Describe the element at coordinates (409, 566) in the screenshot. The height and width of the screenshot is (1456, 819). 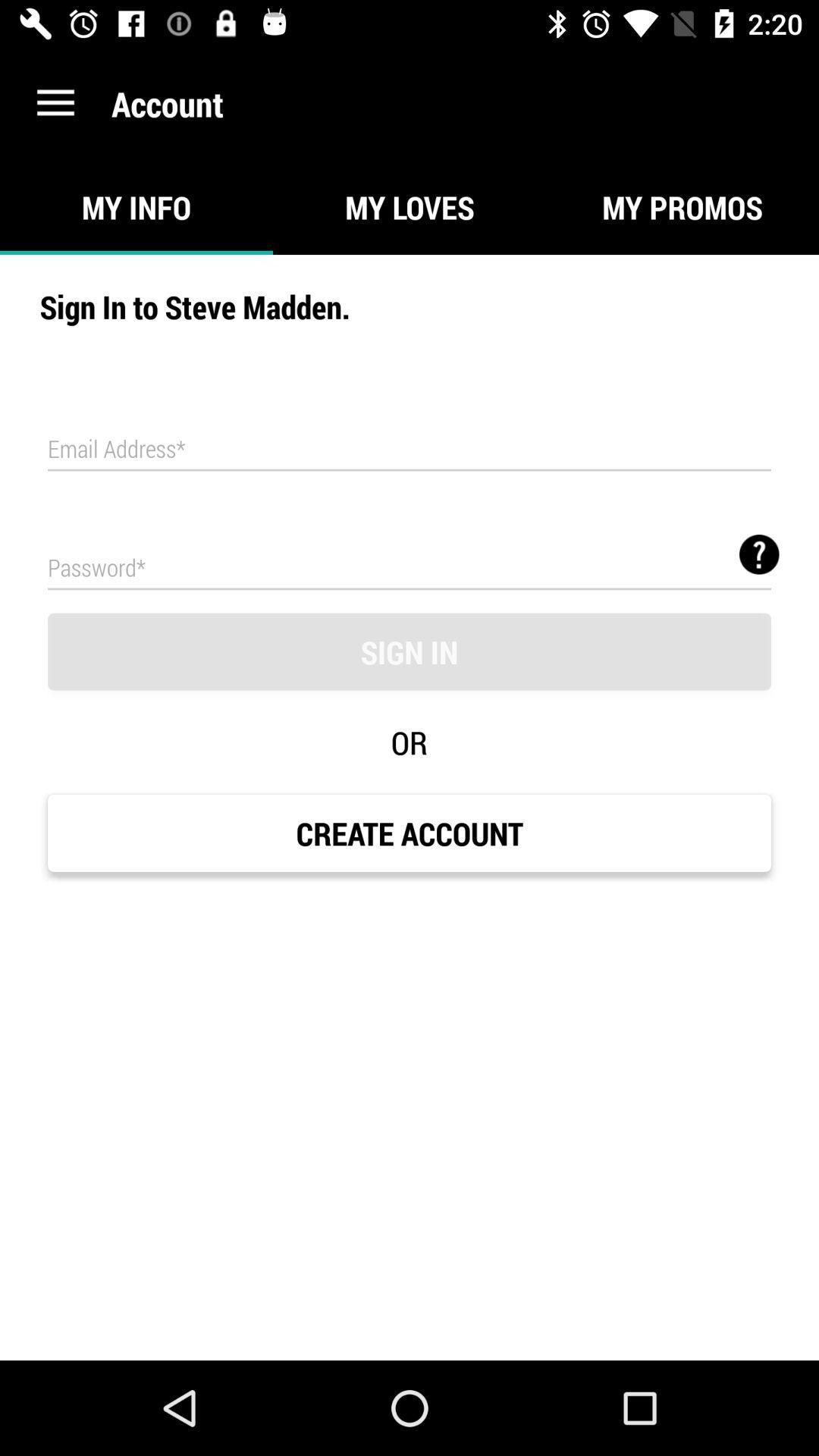
I see `password` at that location.